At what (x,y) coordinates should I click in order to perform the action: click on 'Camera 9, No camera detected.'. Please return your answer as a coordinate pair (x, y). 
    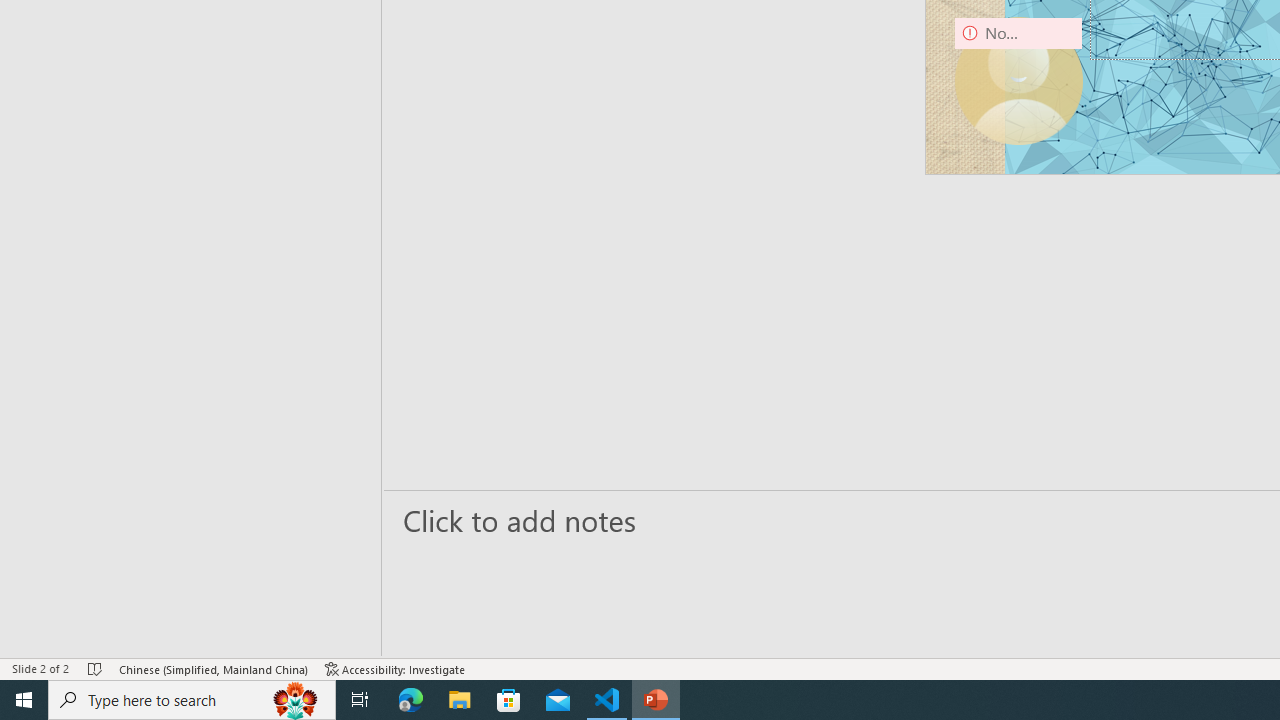
    Looking at the image, I should click on (1018, 80).